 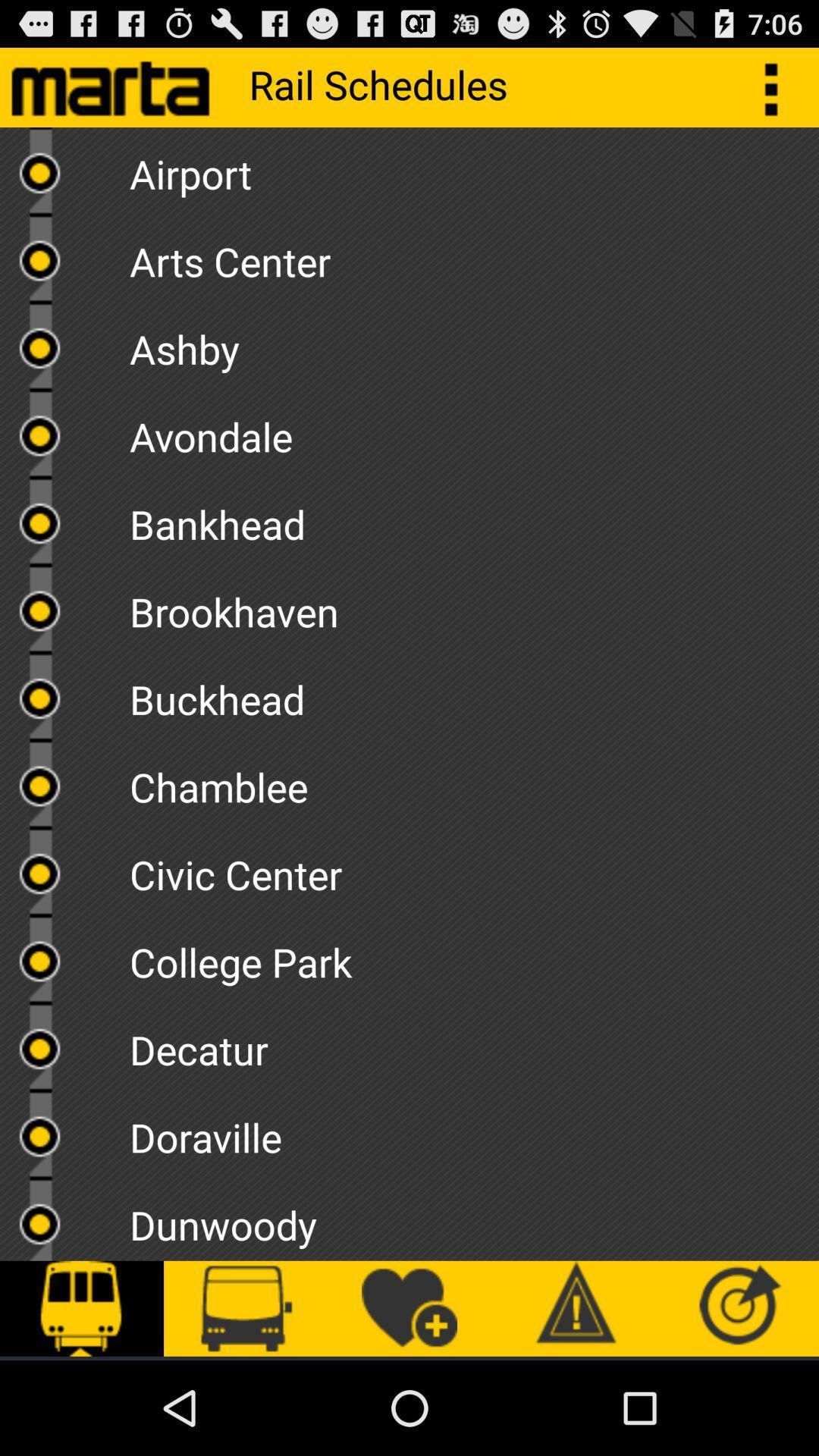 What do you see at coordinates (473, 431) in the screenshot?
I see `avondale` at bounding box center [473, 431].